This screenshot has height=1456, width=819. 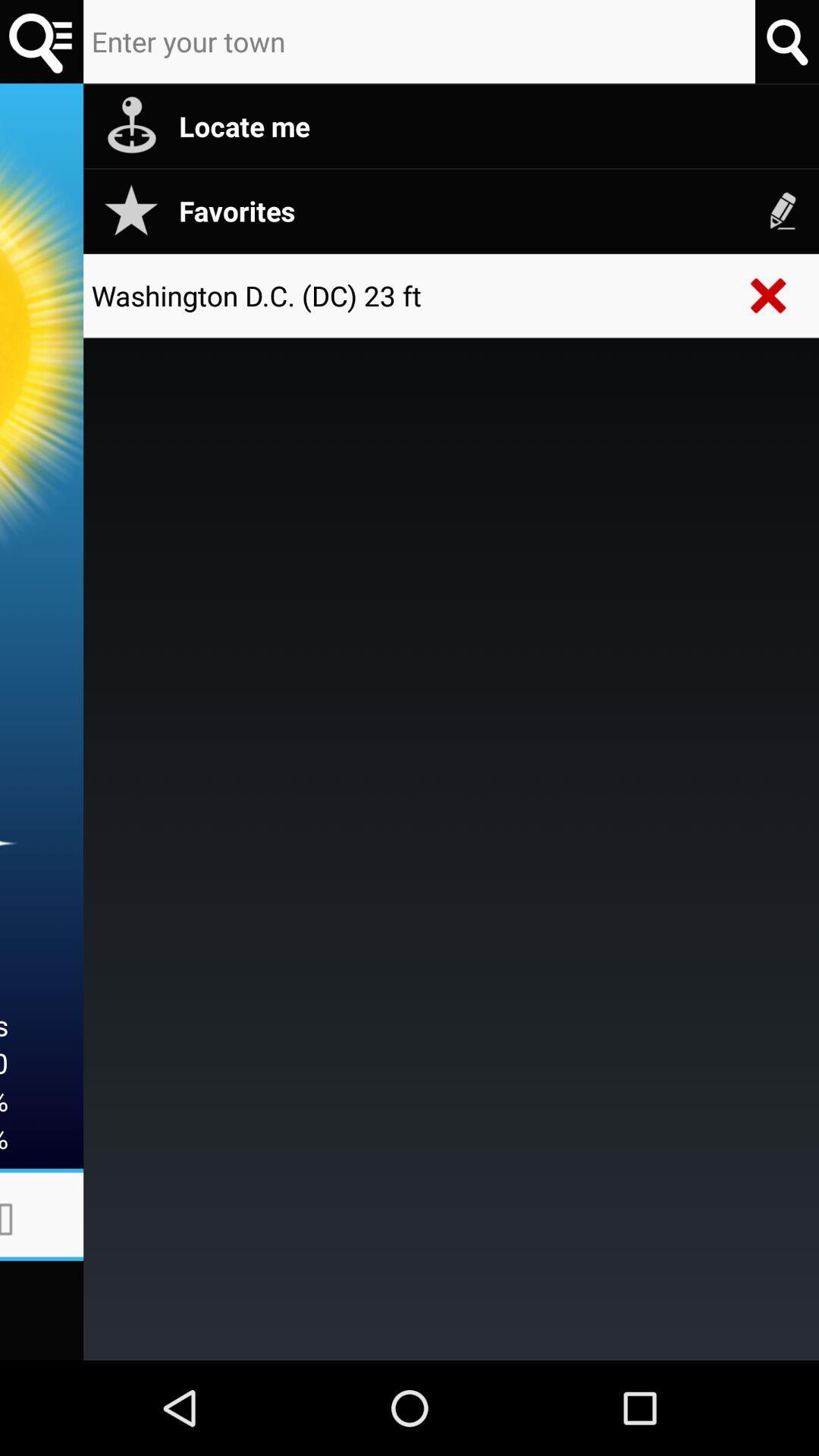 I want to click on locate me, so click(x=491, y=126).